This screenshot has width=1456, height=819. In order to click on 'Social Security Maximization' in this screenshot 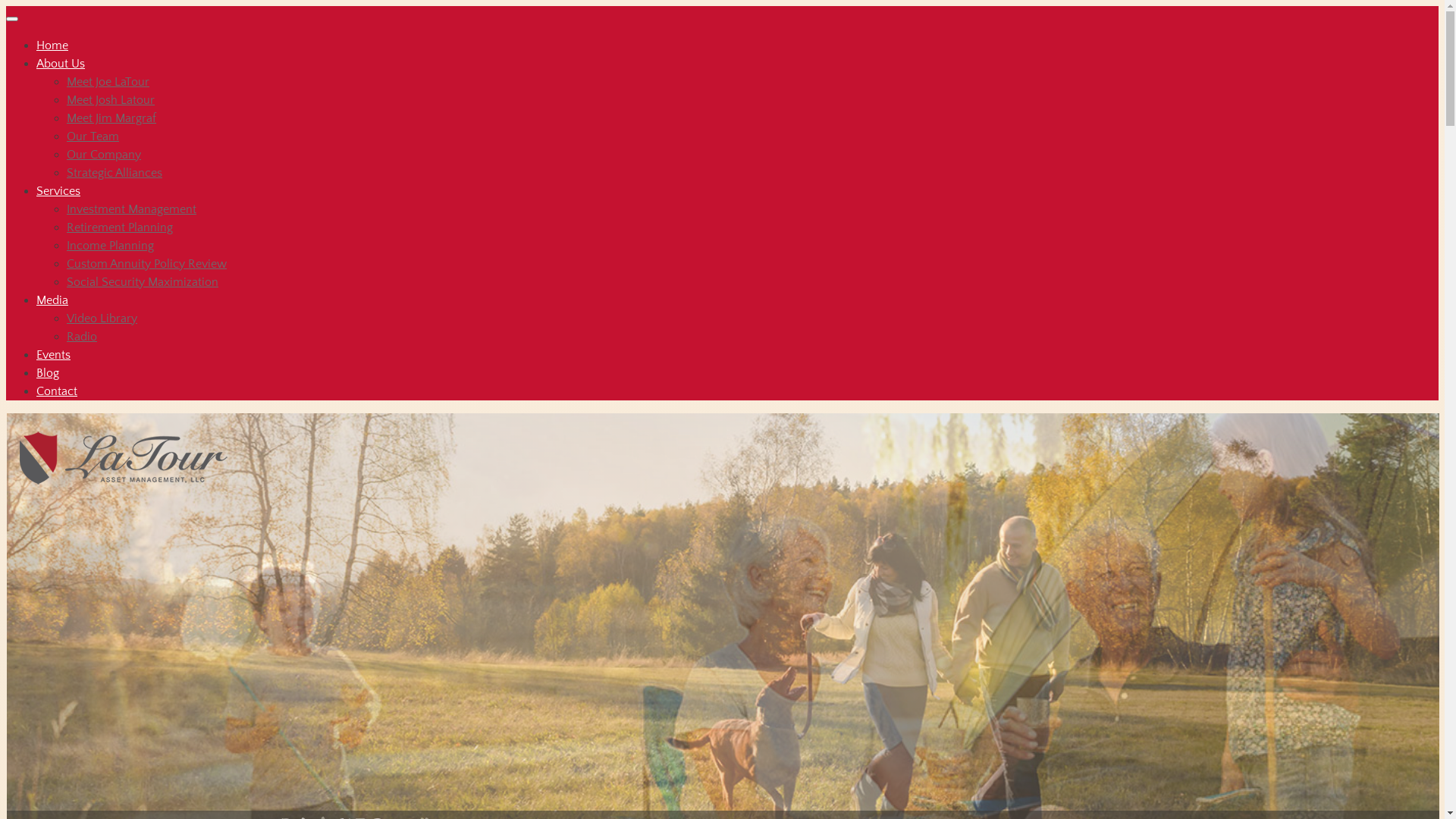, I will do `click(142, 281)`.